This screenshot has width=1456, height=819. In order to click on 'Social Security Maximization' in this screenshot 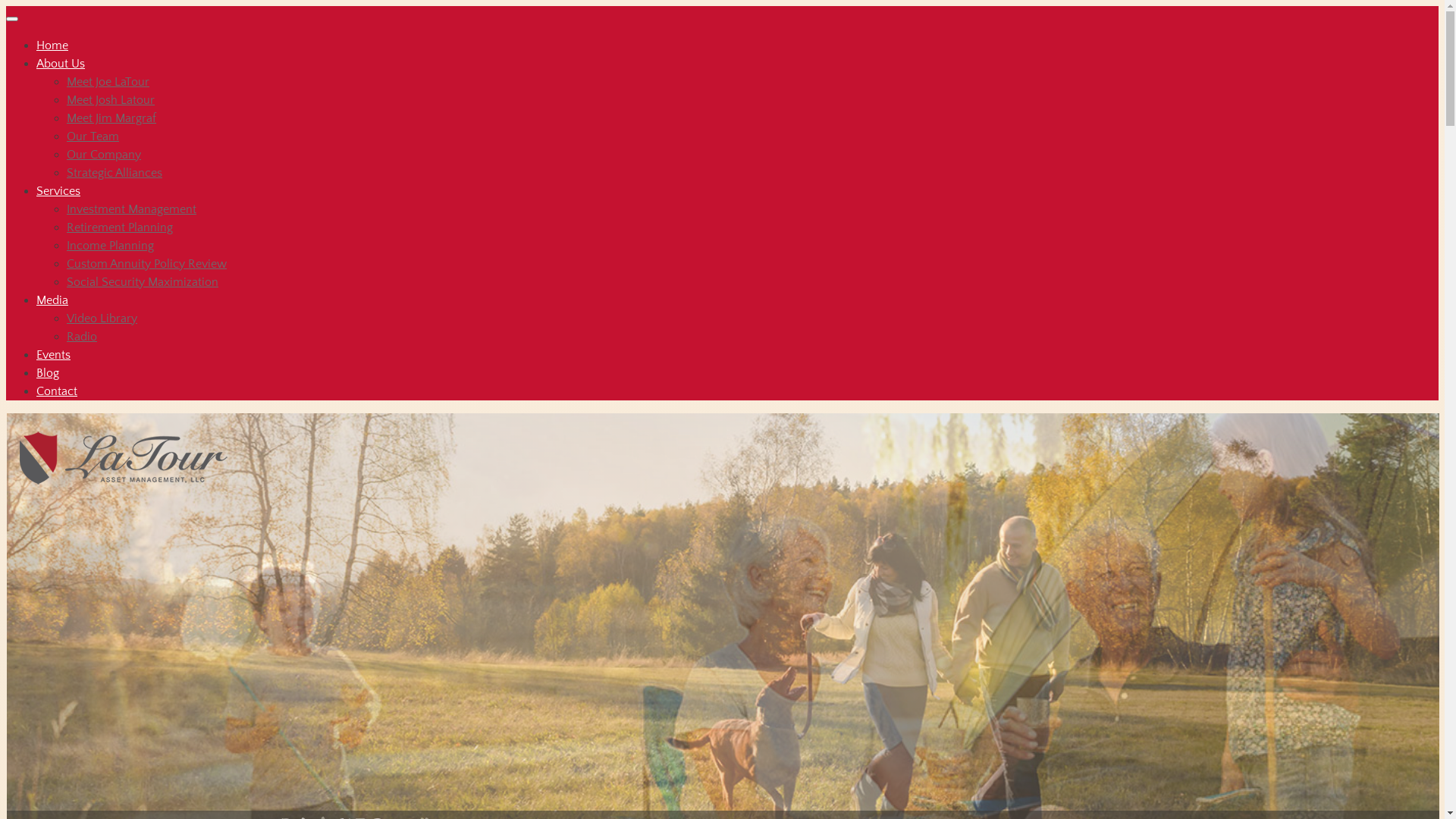, I will do `click(142, 281)`.